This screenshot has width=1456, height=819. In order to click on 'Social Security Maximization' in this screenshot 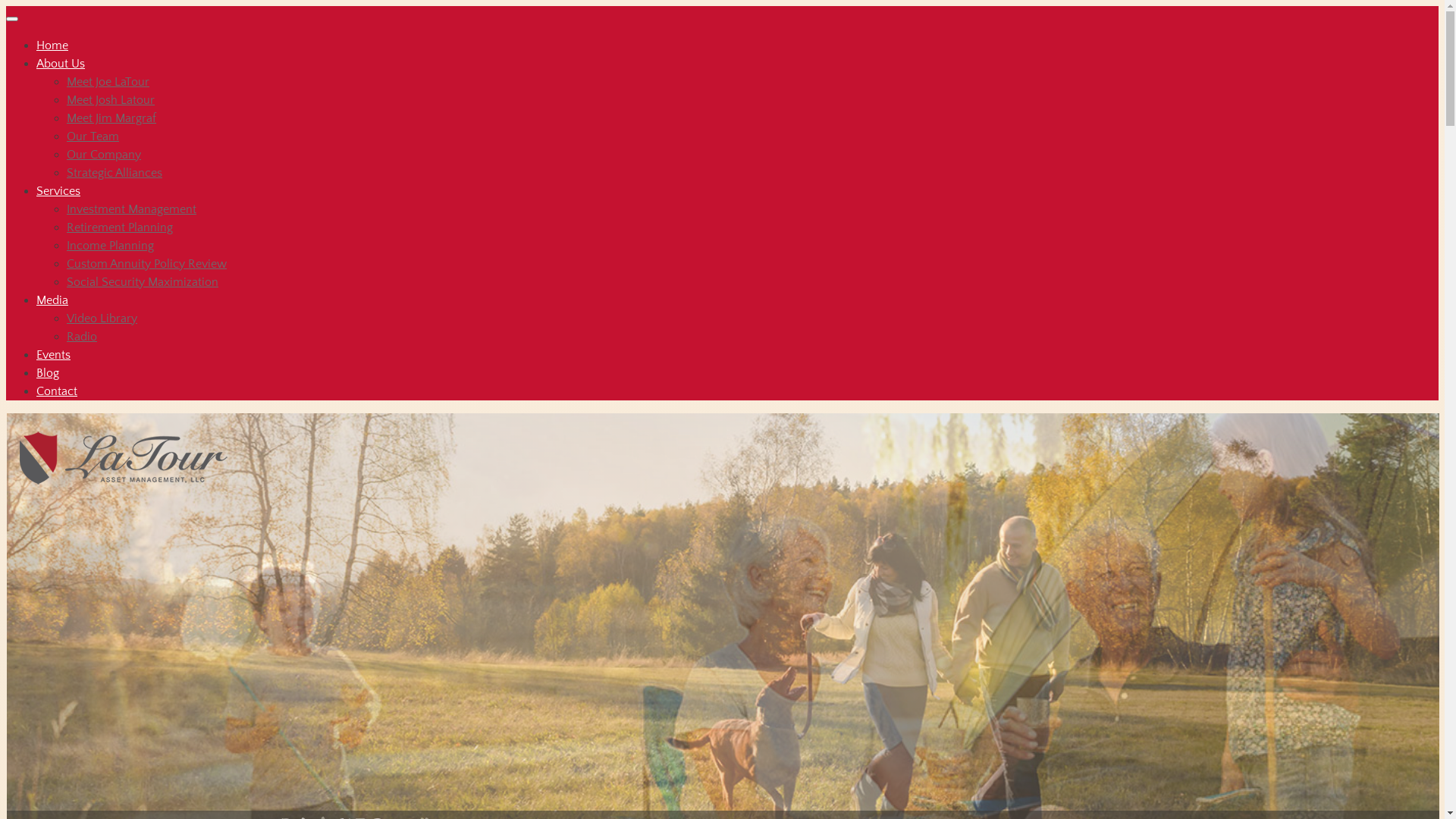, I will do `click(142, 281)`.